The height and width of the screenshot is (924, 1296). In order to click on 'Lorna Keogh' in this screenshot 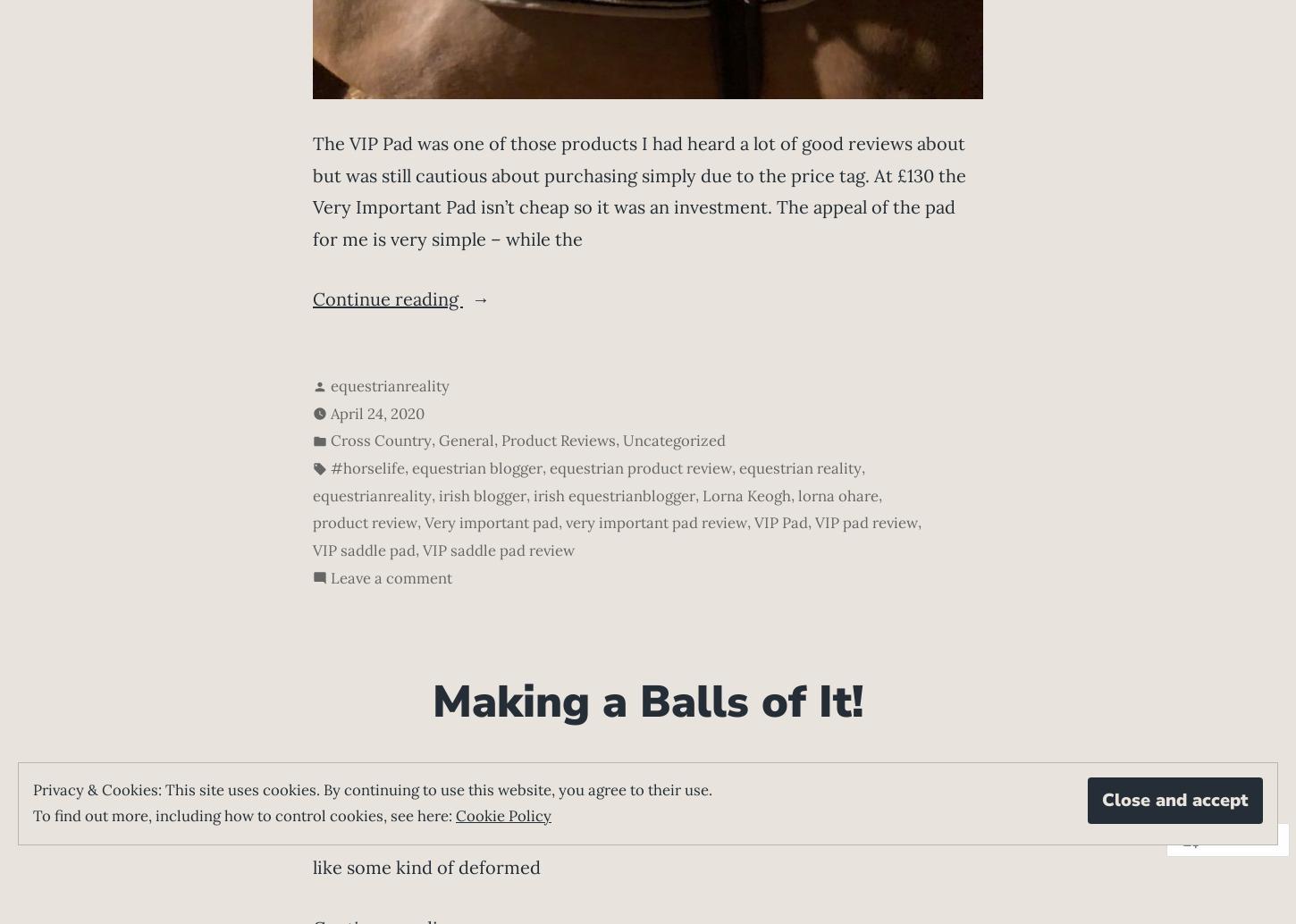, I will do `click(703, 495)`.